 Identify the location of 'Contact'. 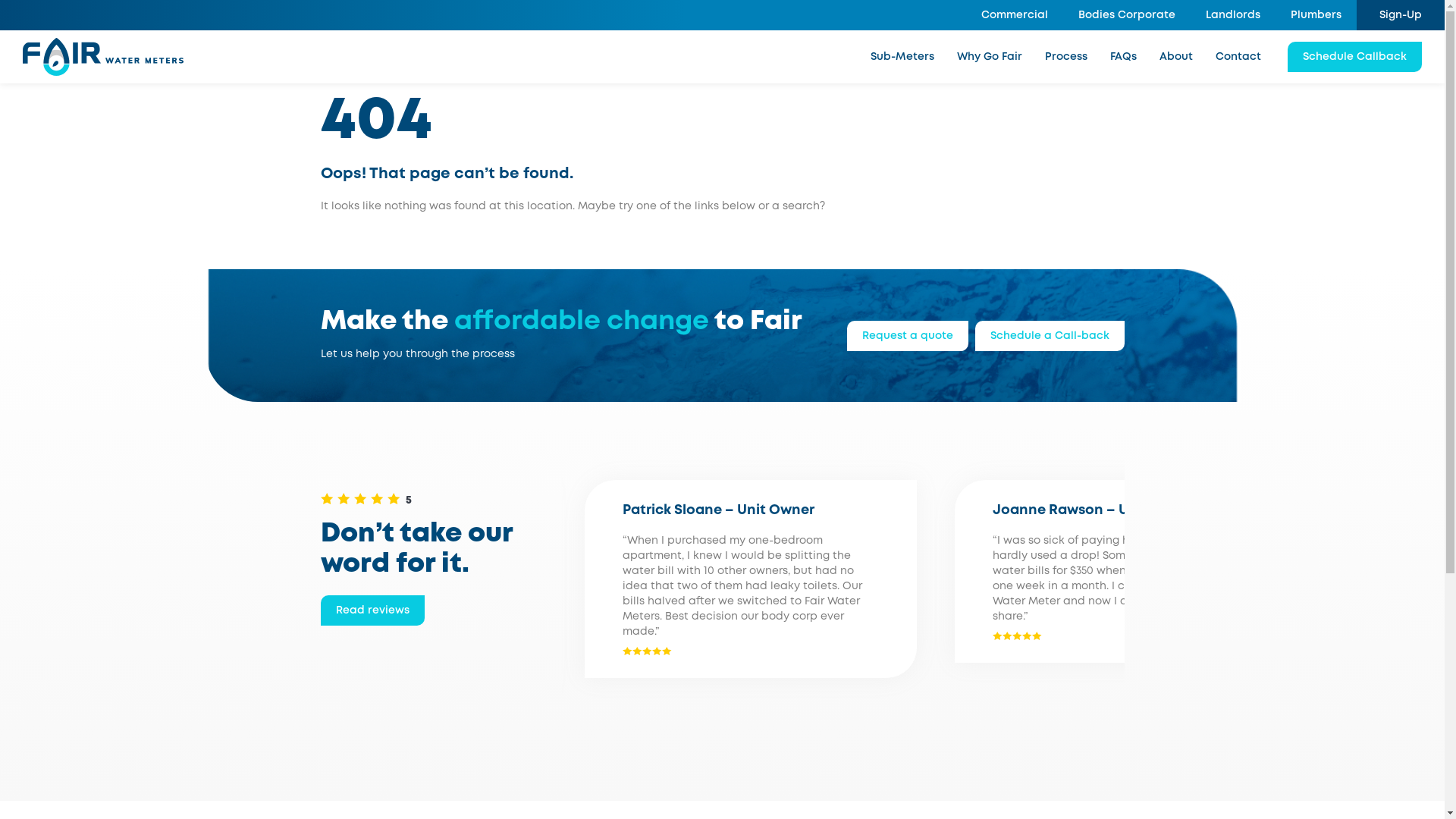
(1238, 55).